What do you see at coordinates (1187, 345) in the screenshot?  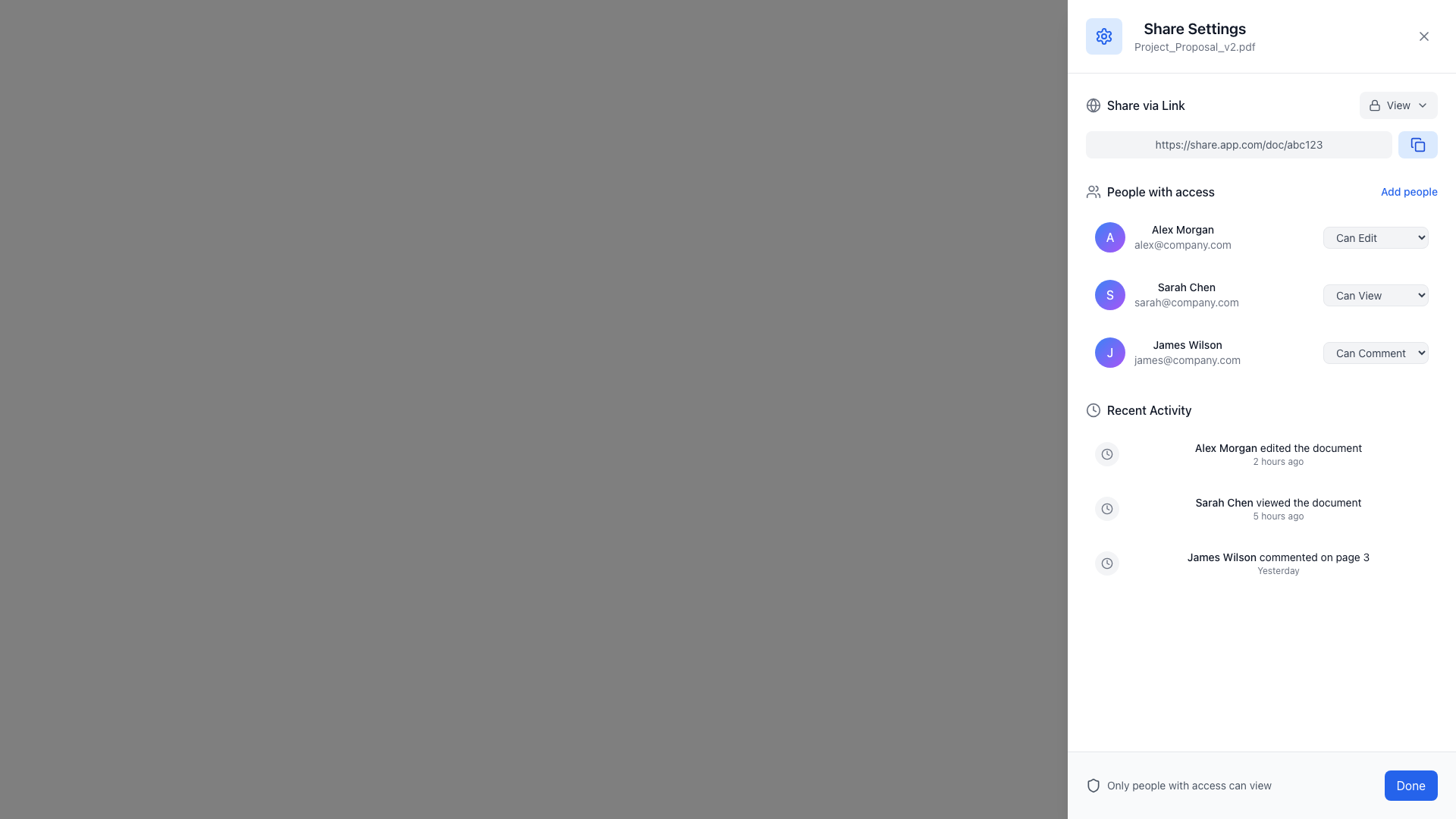 I see `the Text Label that identifies a user by their name, located above the email address 'james@company.com' in the 'People with access' section` at bounding box center [1187, 345].